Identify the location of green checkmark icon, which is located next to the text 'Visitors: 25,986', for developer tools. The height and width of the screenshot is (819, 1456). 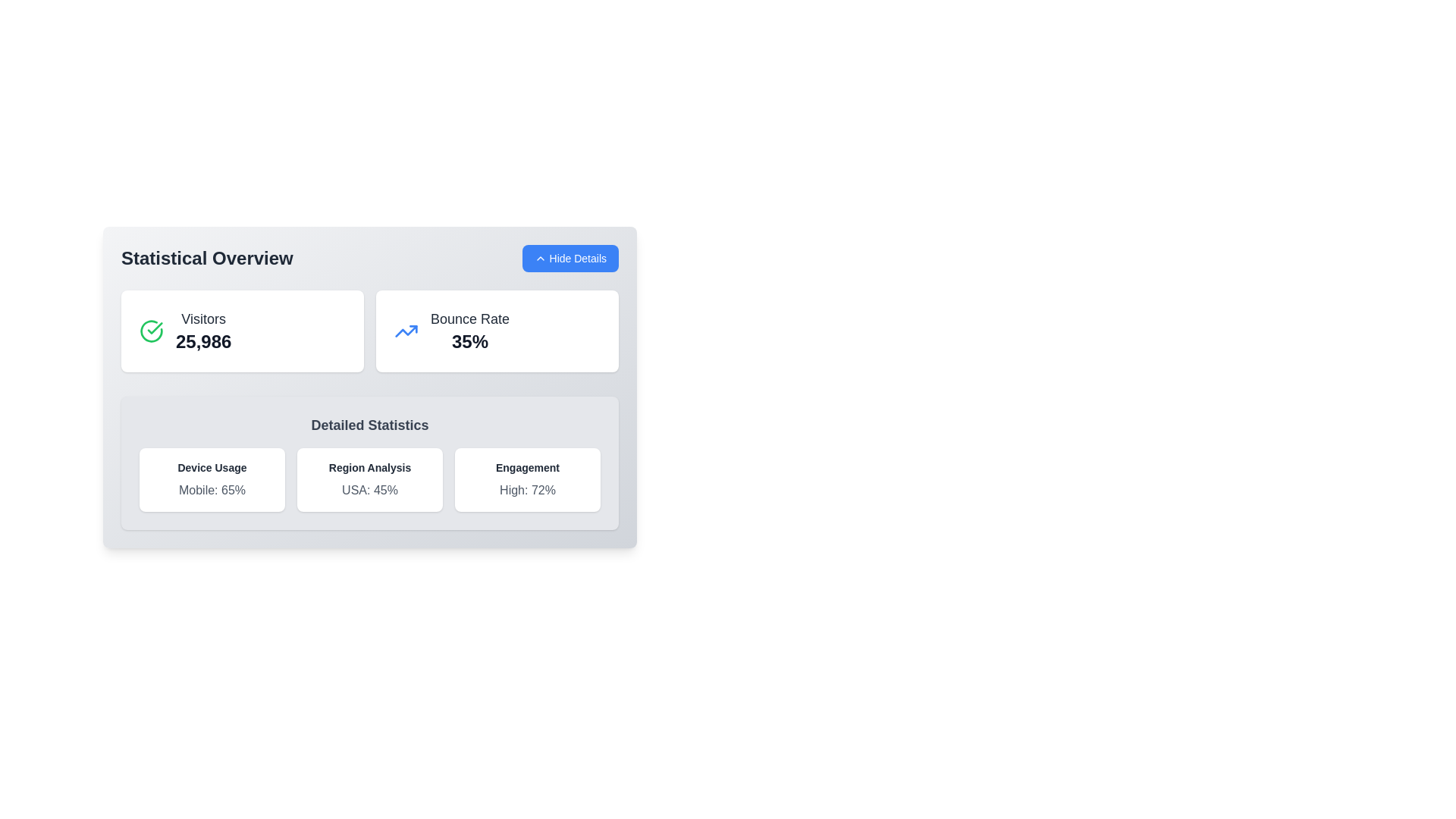
(155, 327).